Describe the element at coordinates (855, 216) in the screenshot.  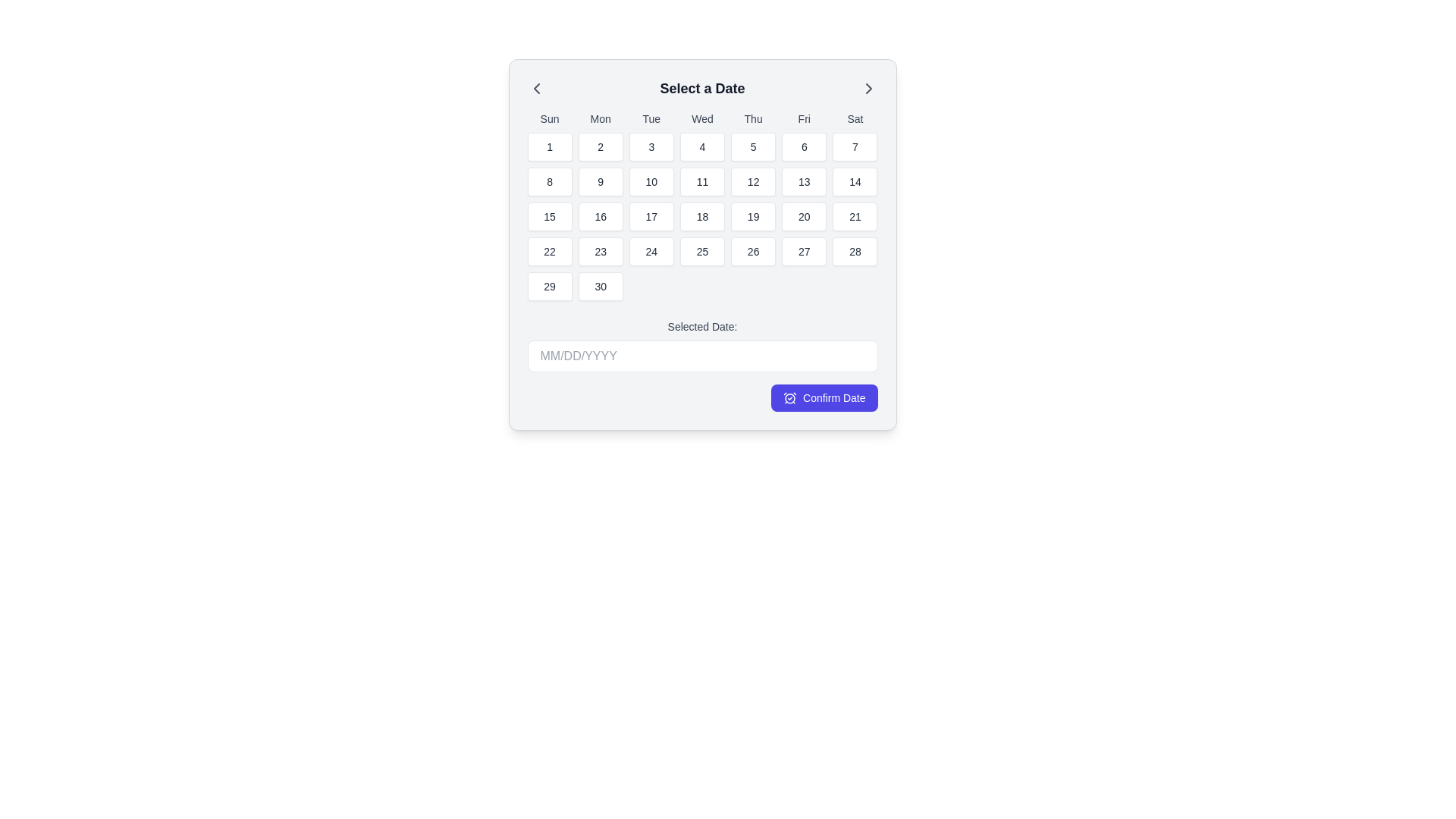
I see `the square button with a white background and the number '21' in bold black text, located under the 'Sat' column in the 7x5 grid layout` at that location.